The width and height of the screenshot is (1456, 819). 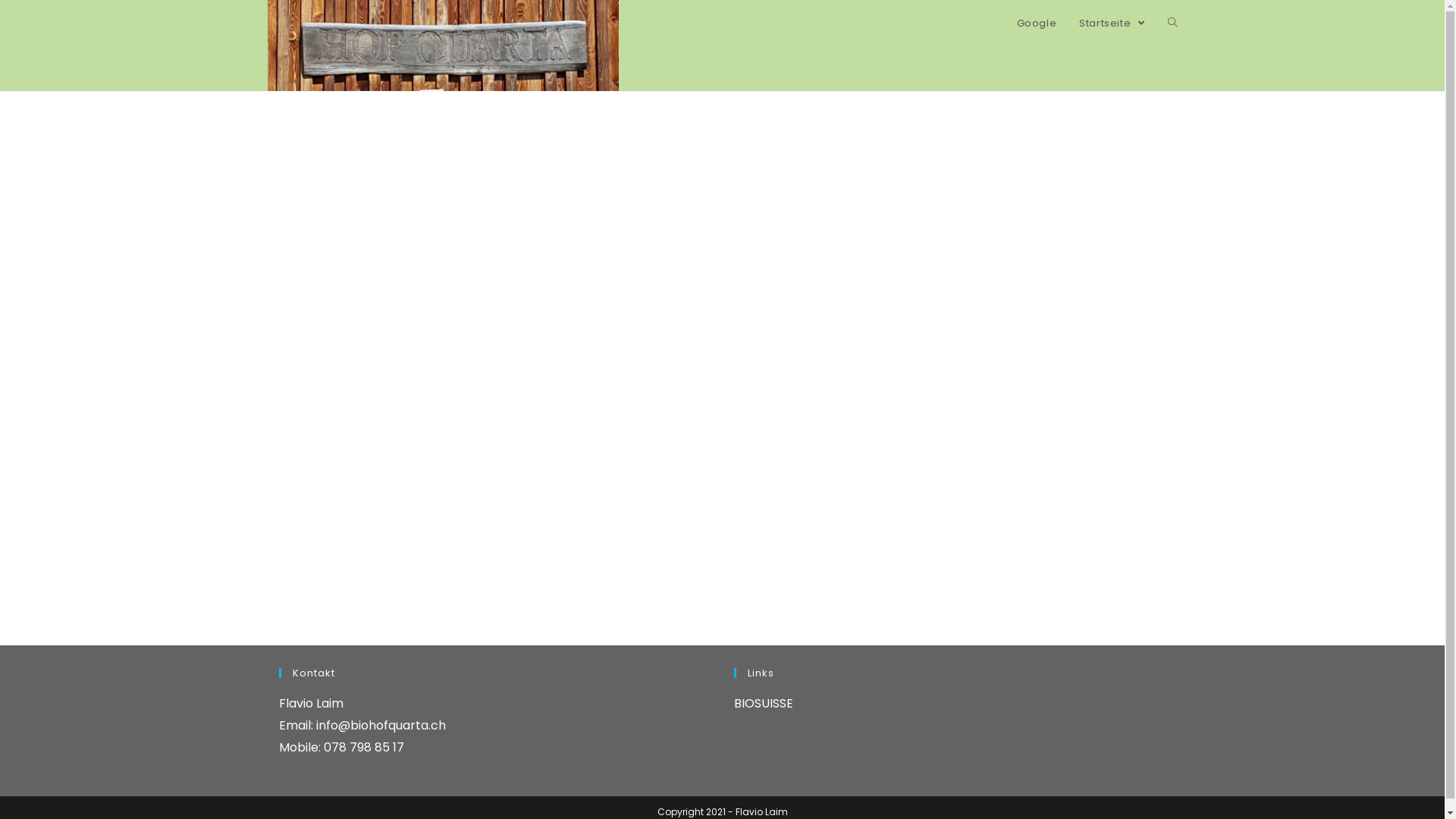 What do you see at coordinates (764, 703) in the screenshot?
I see `'BIOSUISSE'` at bounding box center [764, 703].